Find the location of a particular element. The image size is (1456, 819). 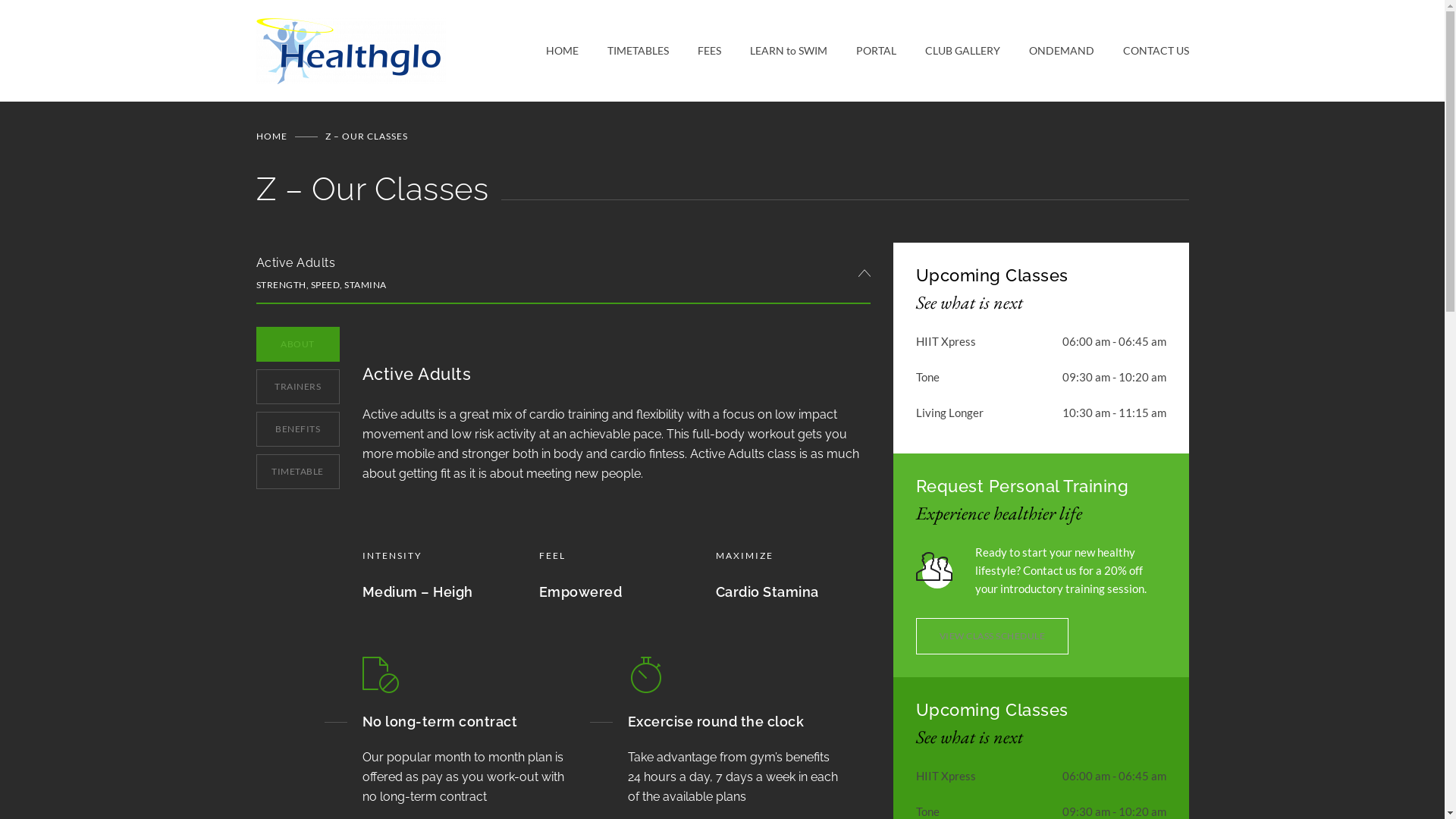

'BENEFITS' is located at coordinates (256, 429).